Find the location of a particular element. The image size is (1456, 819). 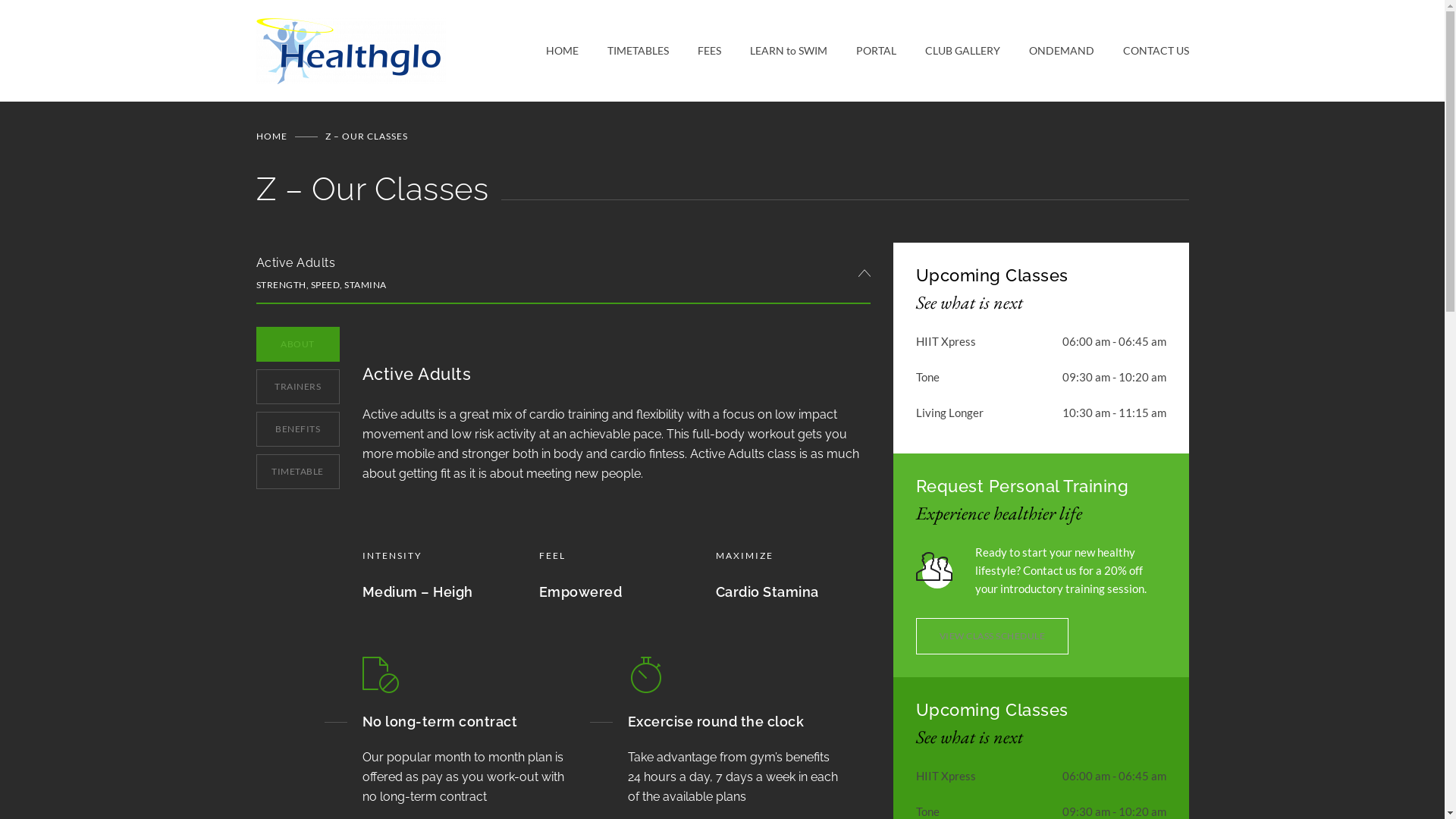

'BENEFITS' is located at coordinates (256, 429).